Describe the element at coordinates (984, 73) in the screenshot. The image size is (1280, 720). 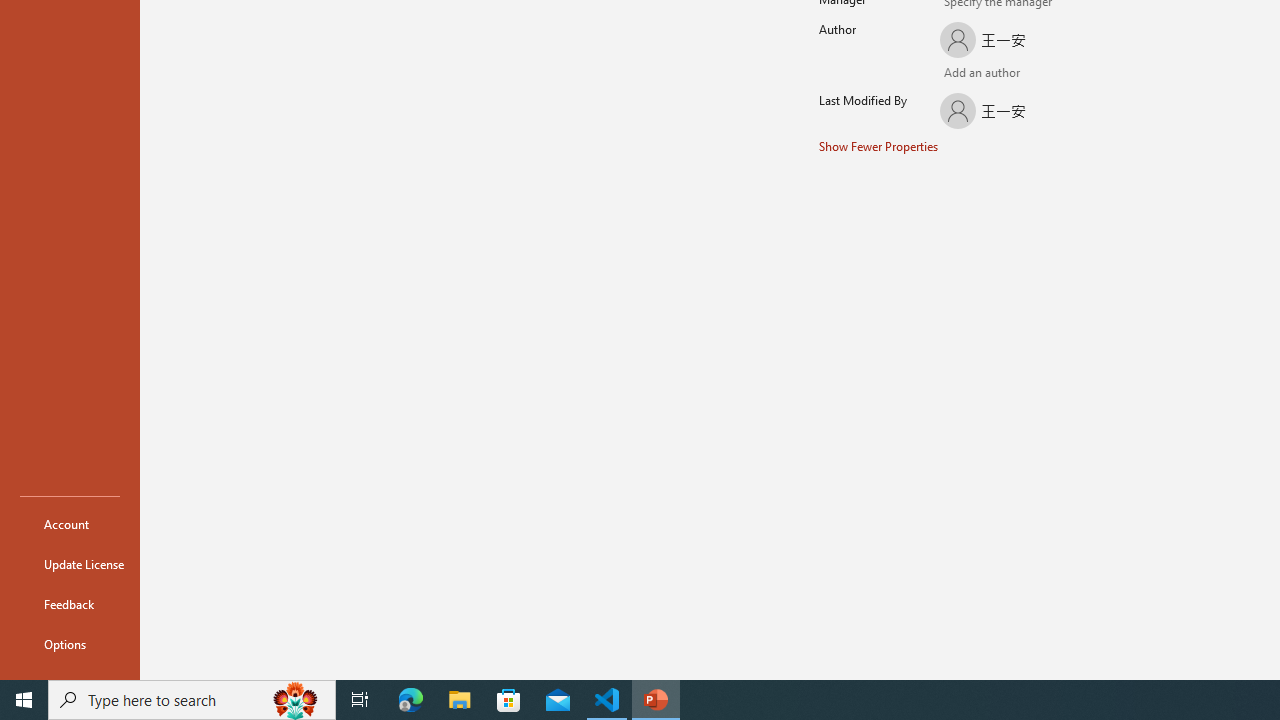
I see `'Verify Names'` at that location.